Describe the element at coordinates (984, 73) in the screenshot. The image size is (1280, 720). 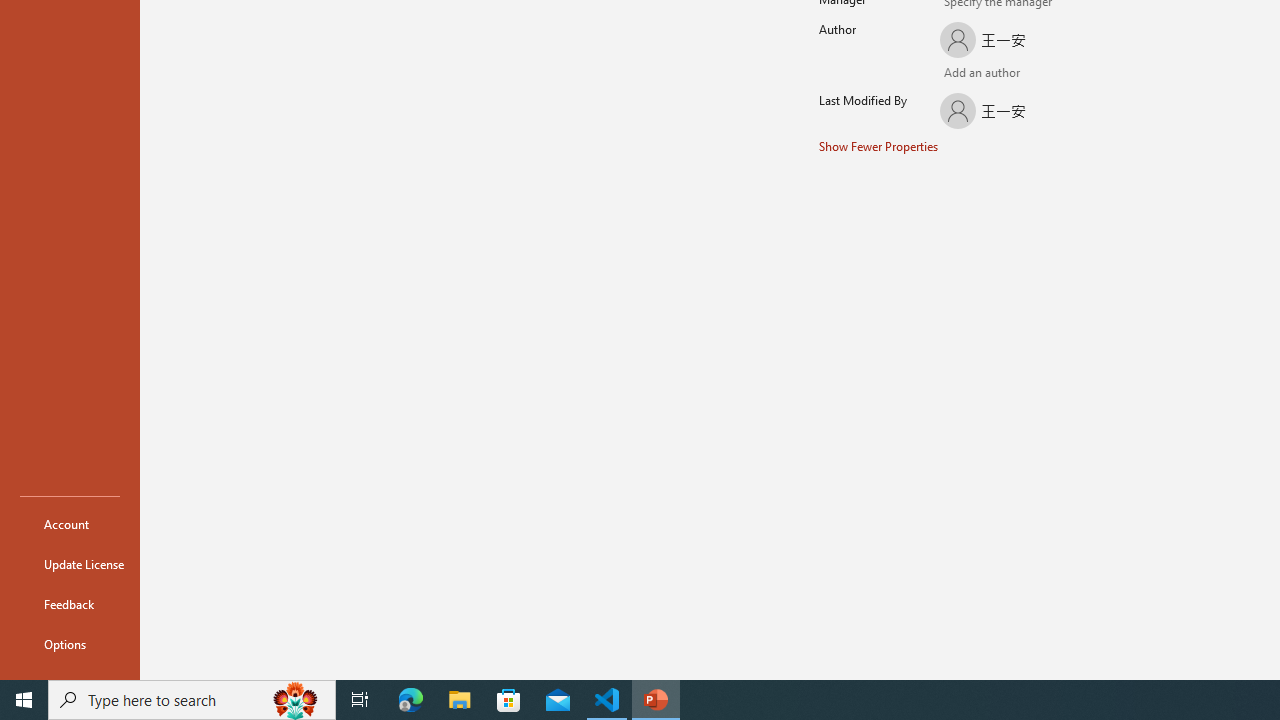
I see `'Verify Names'` at that location.